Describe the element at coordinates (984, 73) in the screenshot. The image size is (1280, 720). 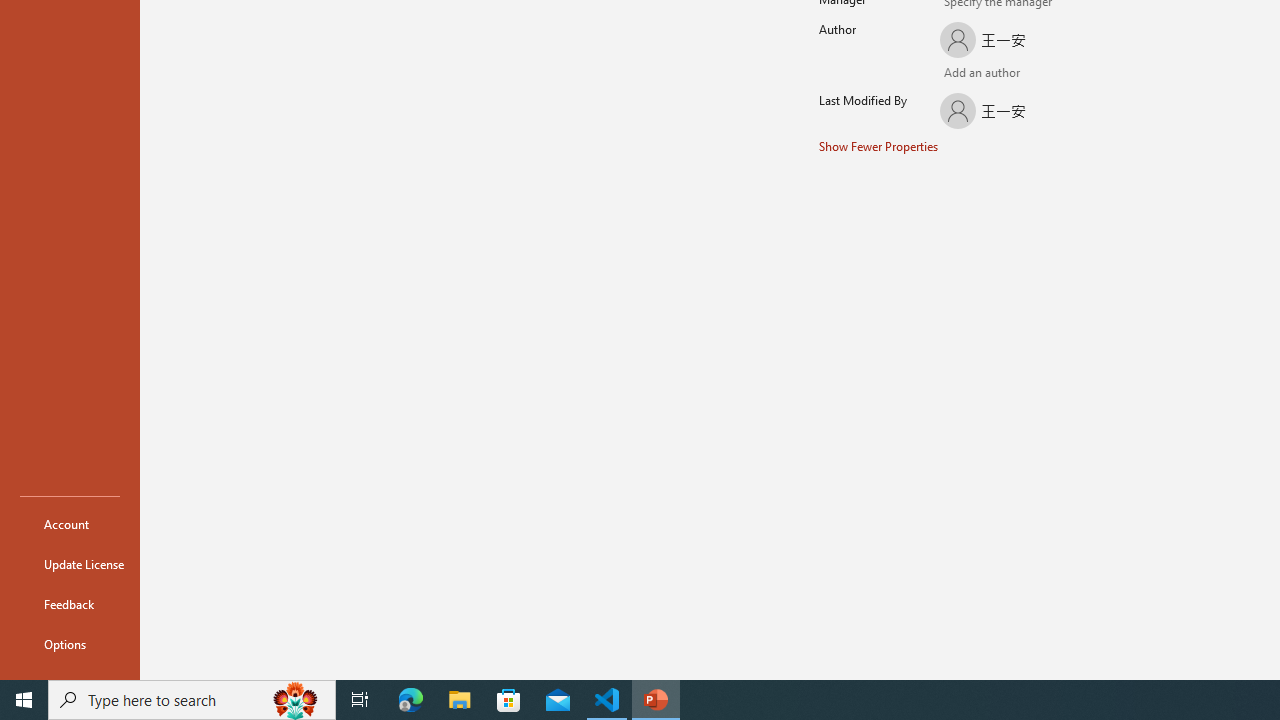
I see `'Verify Names'` at that location.